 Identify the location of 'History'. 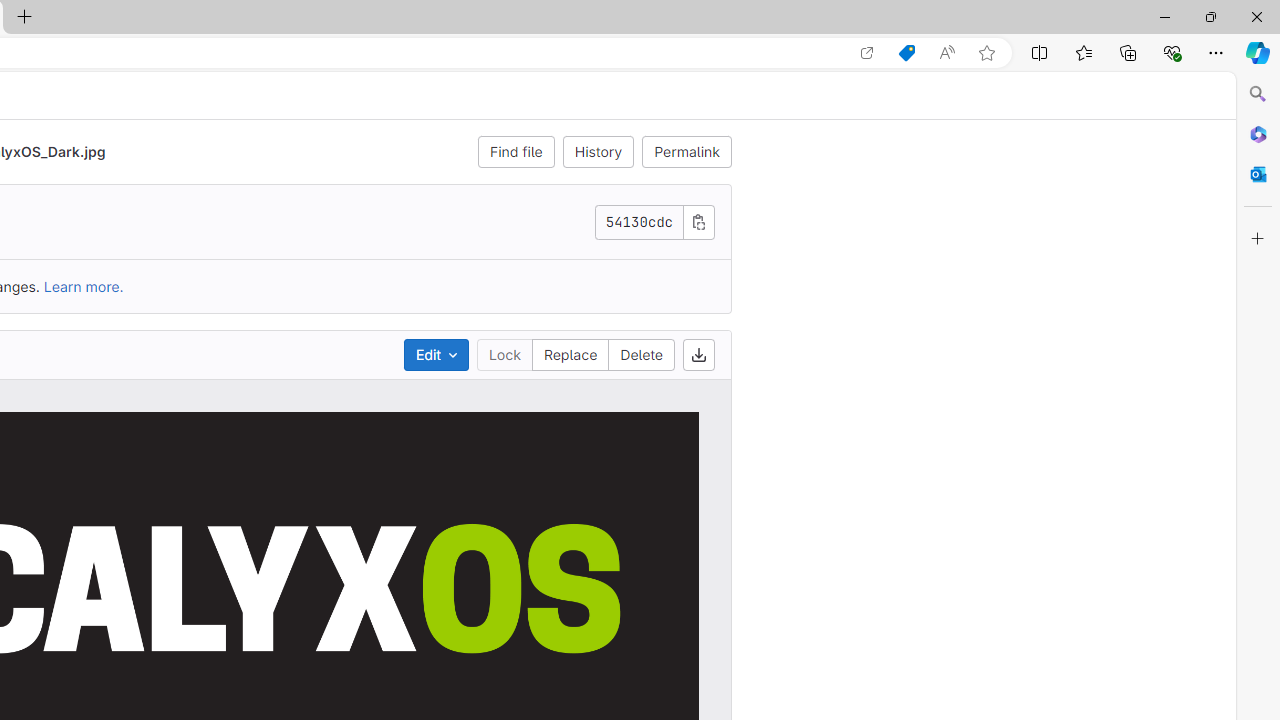
(597, 150).